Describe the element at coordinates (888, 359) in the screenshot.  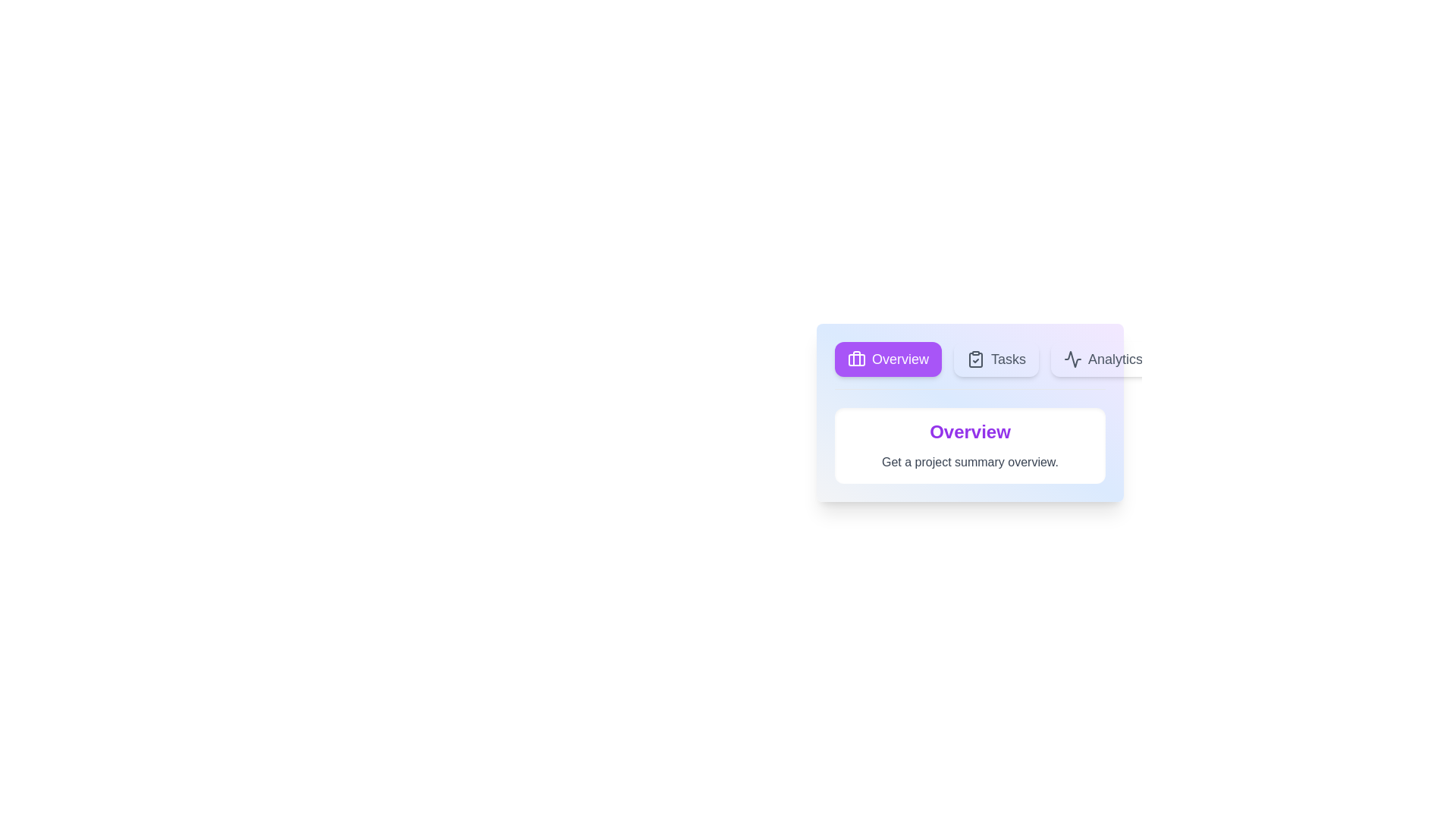
I see `the tab labeled Overview` at that location.